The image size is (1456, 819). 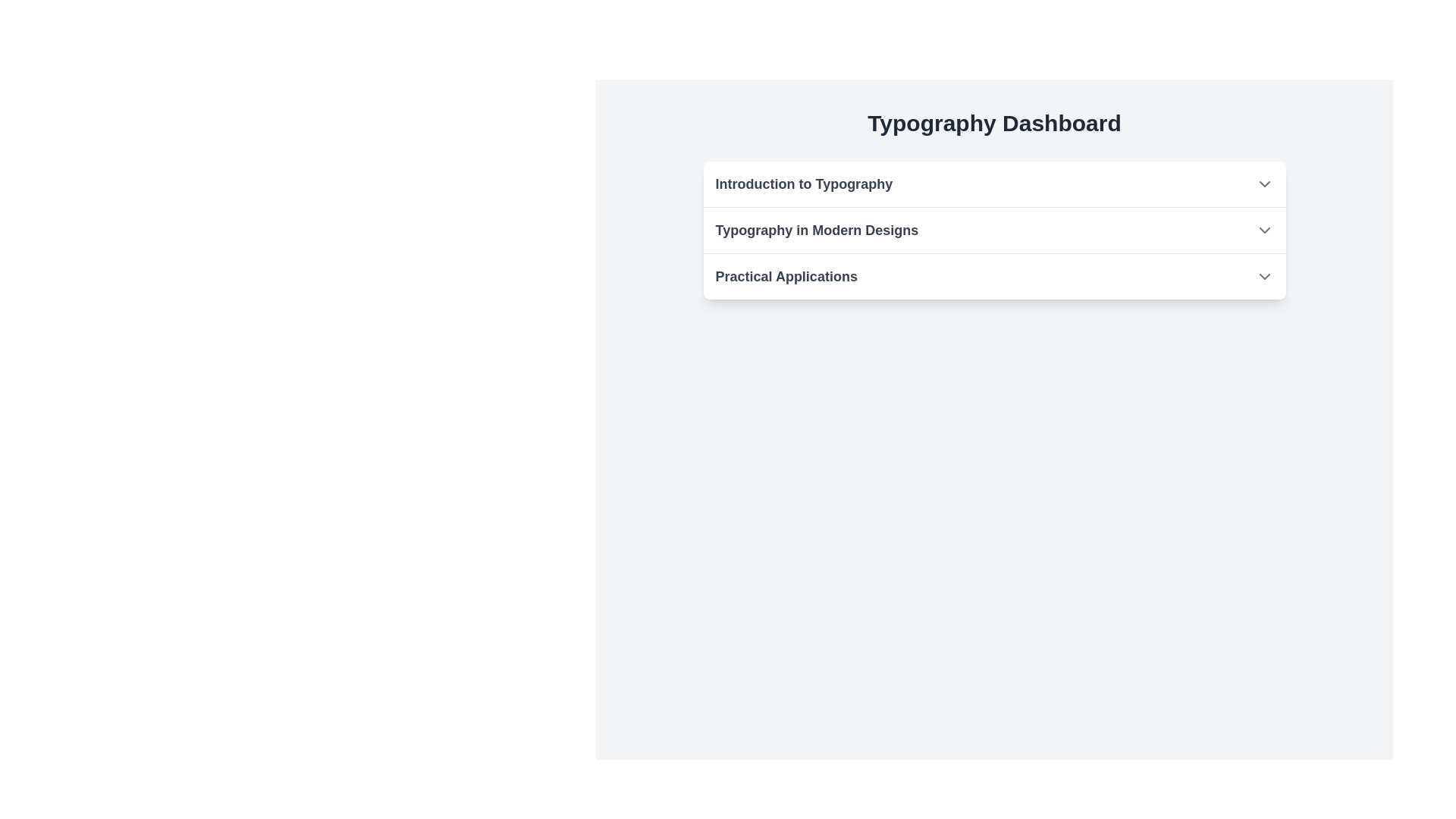 What do you see at coordinates (994, 231) in the screenshot?
I see `the 'Typography in Modern Designs' button-like interactive item` at bounding box center [994, 231].